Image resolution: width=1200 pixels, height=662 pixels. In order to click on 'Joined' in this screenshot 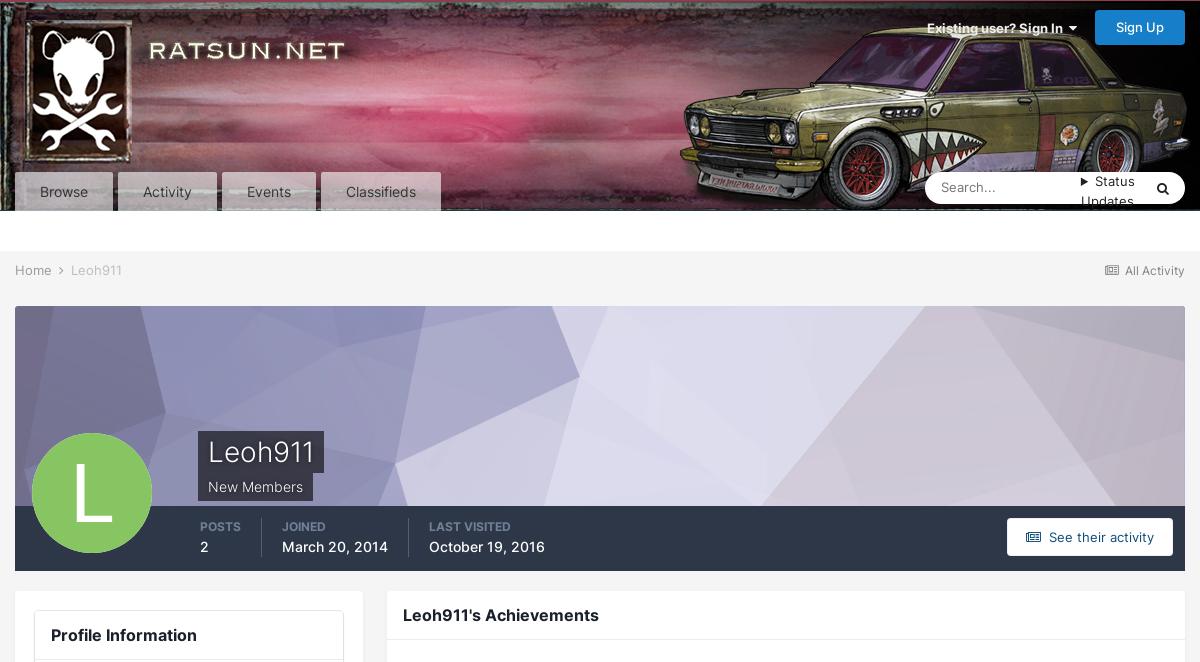, I will do `click(303, 524)`.